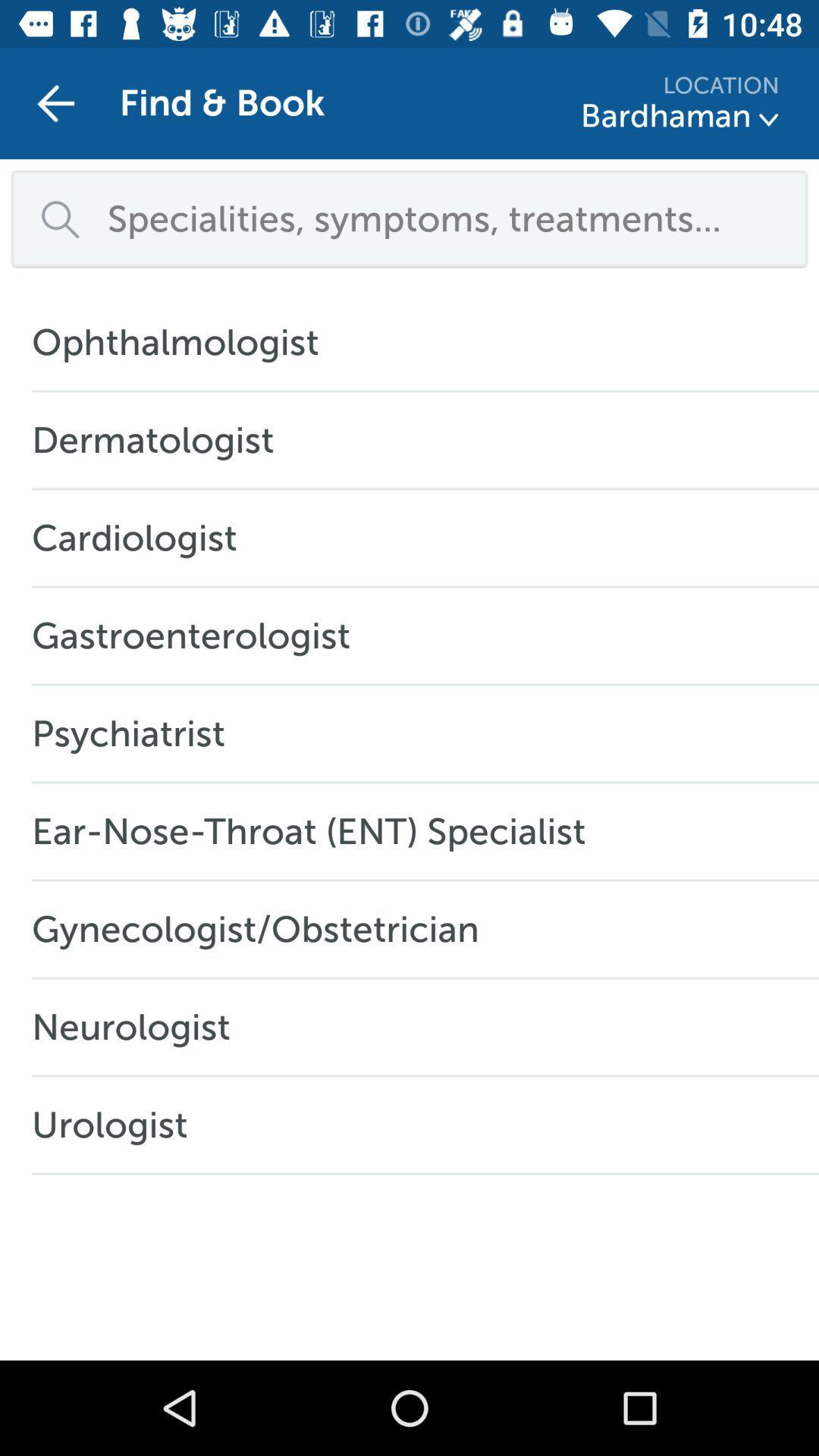 The width and height of the screenshot is (819, 1456). Describe the element at coordinates (446, 218) in the screenshot. I see `search details` at that location.